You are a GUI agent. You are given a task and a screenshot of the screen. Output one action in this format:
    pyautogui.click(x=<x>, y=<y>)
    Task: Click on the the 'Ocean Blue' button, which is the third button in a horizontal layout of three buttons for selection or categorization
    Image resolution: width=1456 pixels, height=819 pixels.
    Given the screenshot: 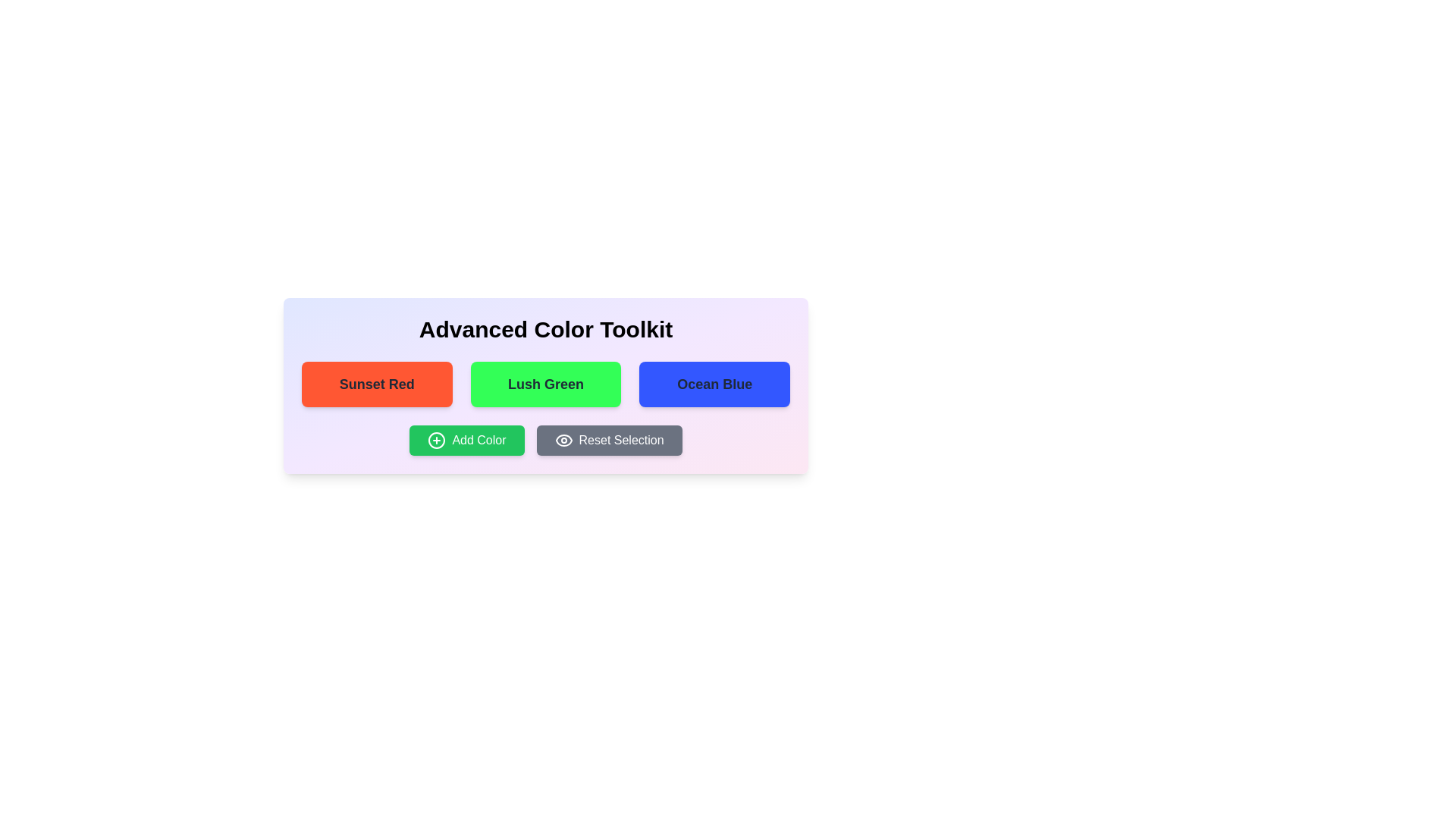 What is the action you would take?
    pyautogui.click(x=714, y=383)
    